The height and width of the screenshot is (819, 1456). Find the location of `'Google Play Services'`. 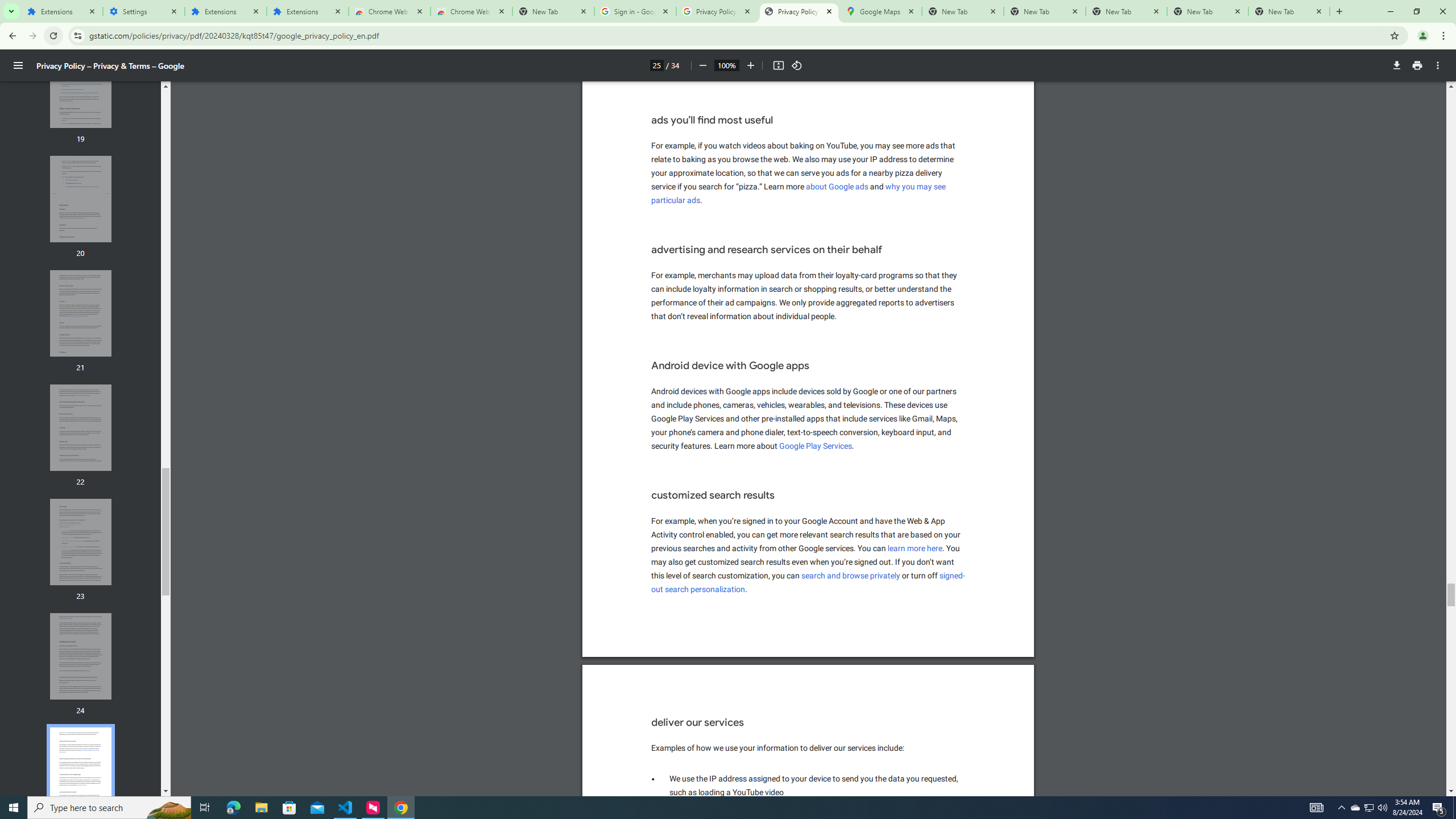

'Google Play Services' is located at coordinates (816, 446).